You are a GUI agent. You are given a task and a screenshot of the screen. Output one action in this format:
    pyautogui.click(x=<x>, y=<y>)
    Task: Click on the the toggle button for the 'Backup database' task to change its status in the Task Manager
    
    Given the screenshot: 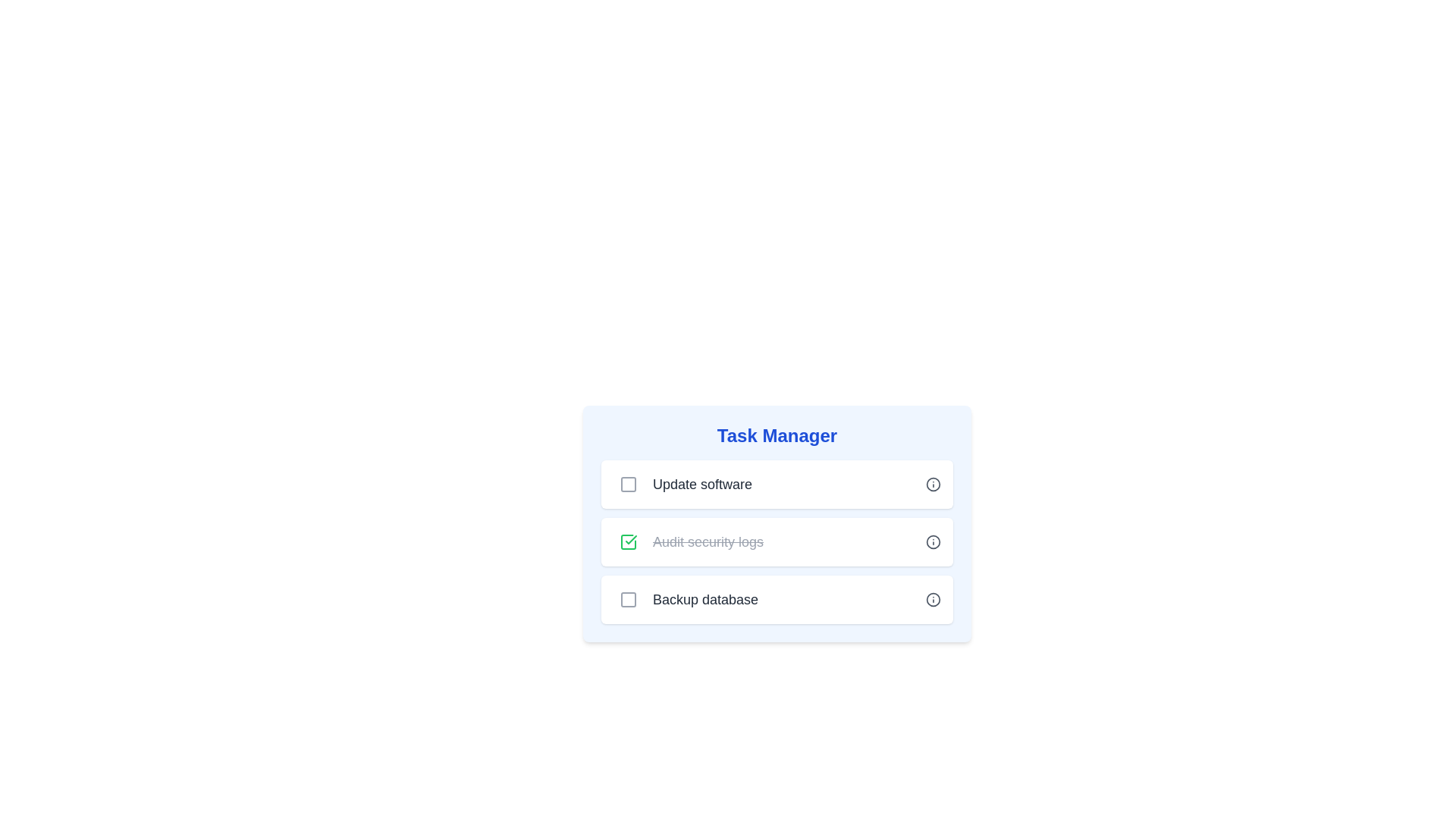 What is the action you would take?
    pyautogui.click(x=629, y=598)
    